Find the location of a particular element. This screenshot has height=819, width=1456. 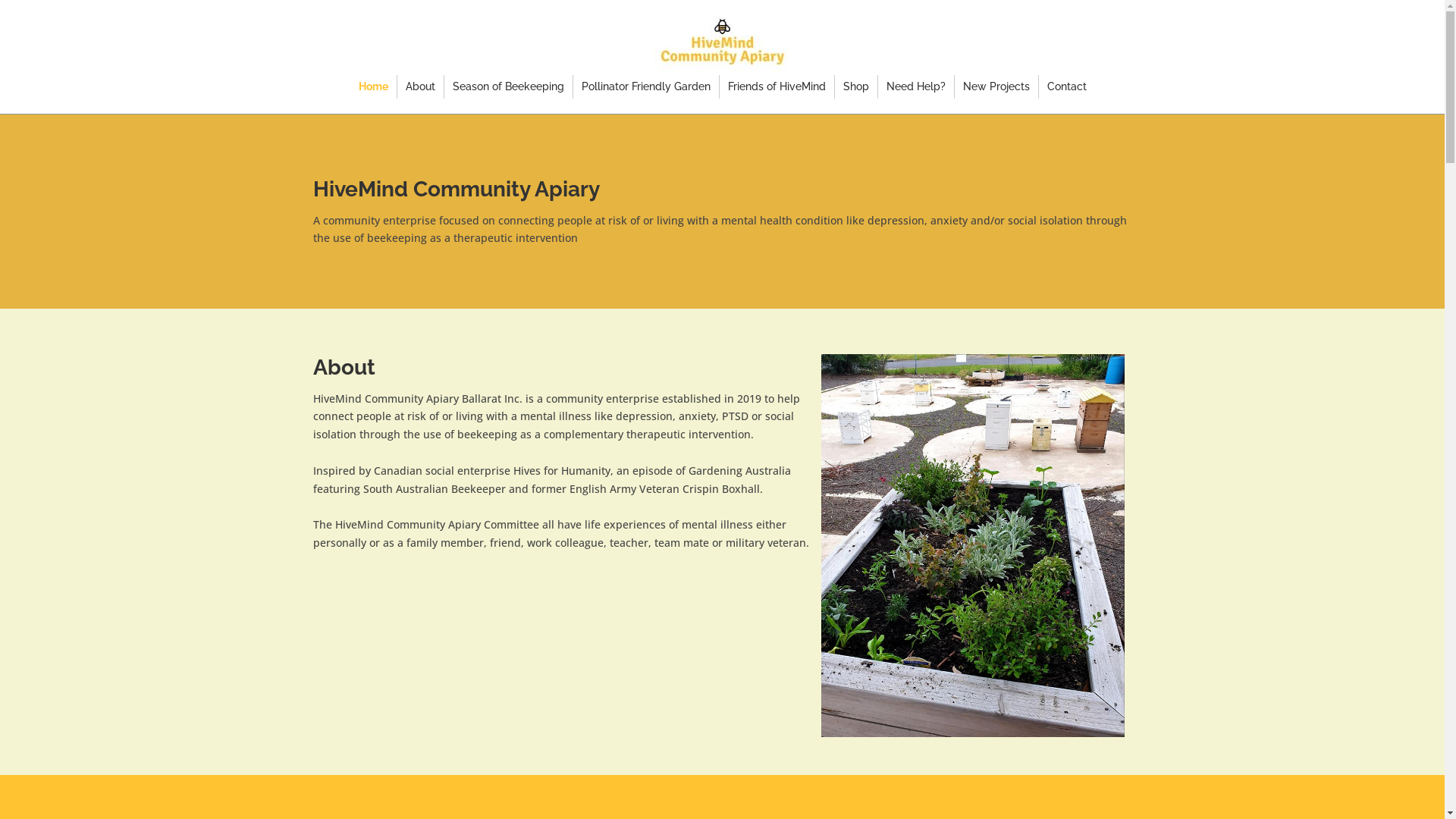

'Contact' is located at coordinates (1046, 86).